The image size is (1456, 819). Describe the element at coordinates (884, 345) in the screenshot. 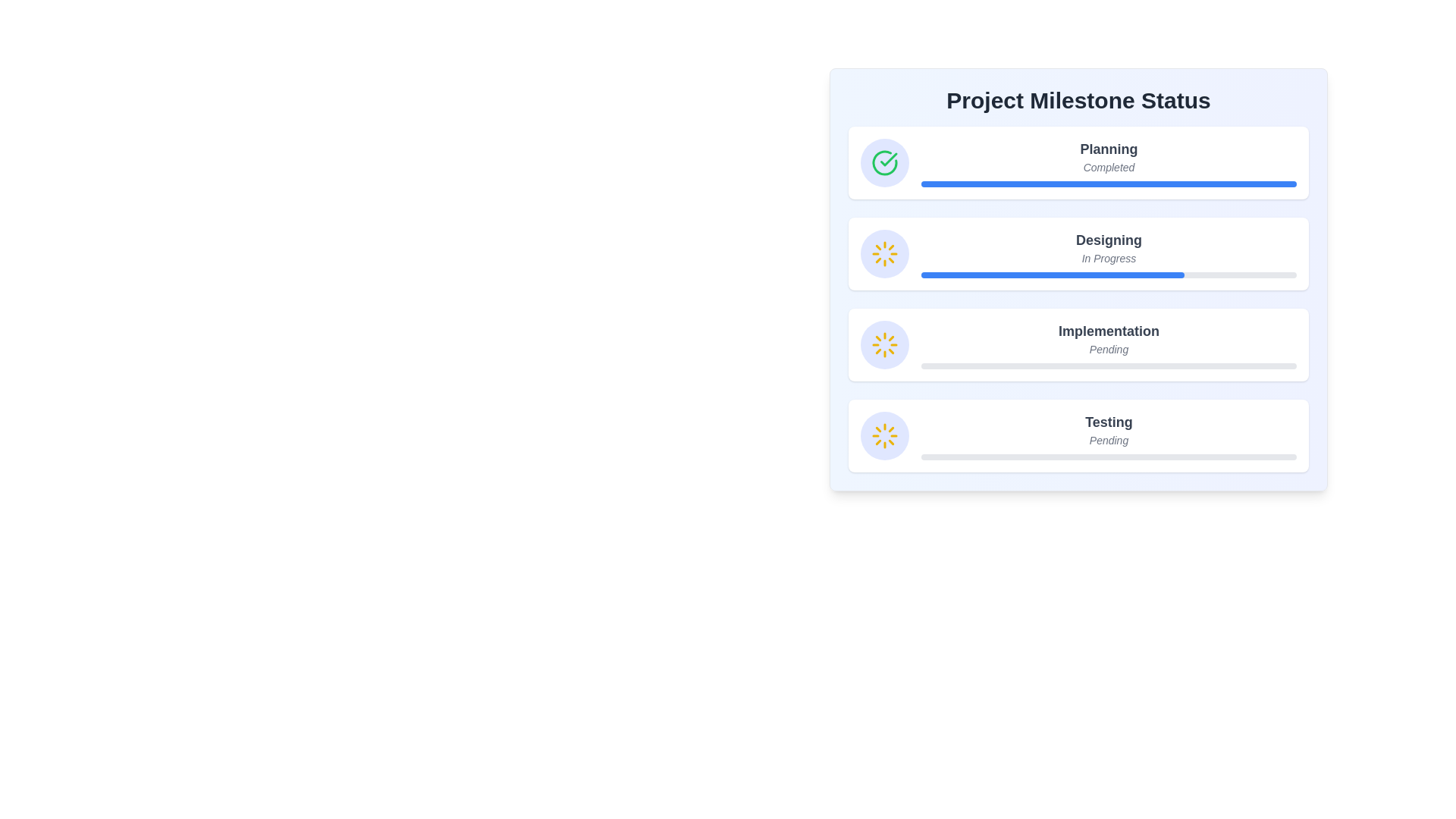

I see `the circular Loader icon with a light blue background and a yellow loader symbol, located at the beginning of the 'Implementation' milestone row in the project milestone interface` at that location.